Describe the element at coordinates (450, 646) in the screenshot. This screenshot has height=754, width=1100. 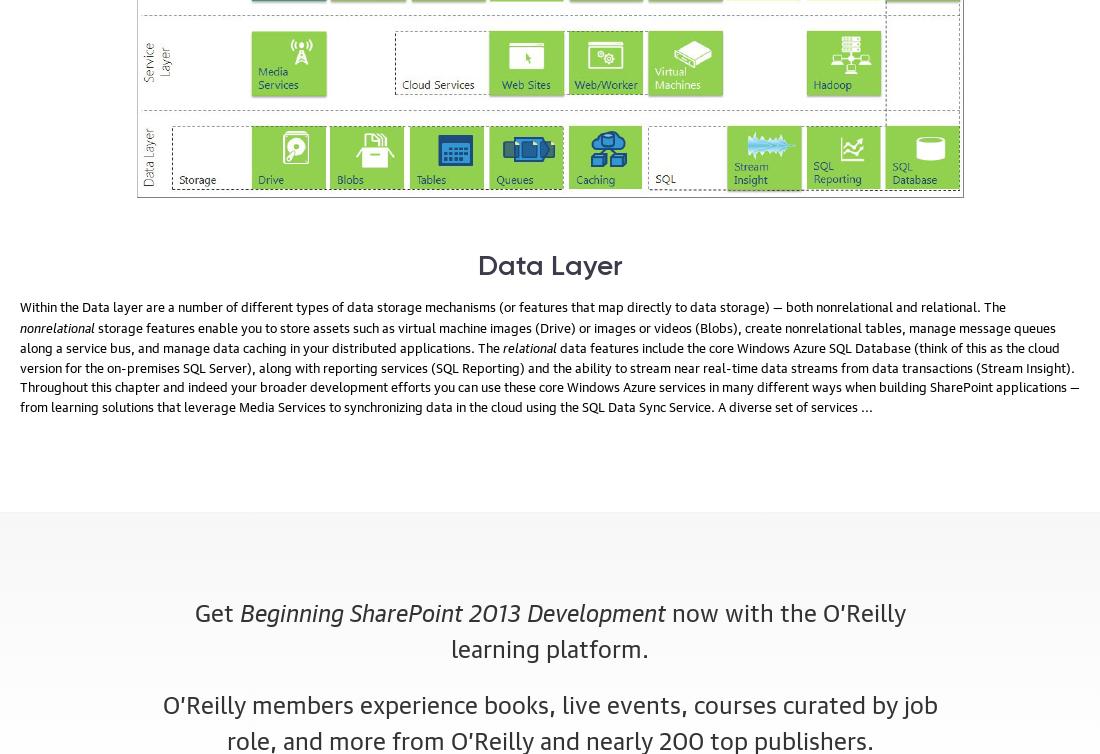
I see `'learning platform.'` at that location.